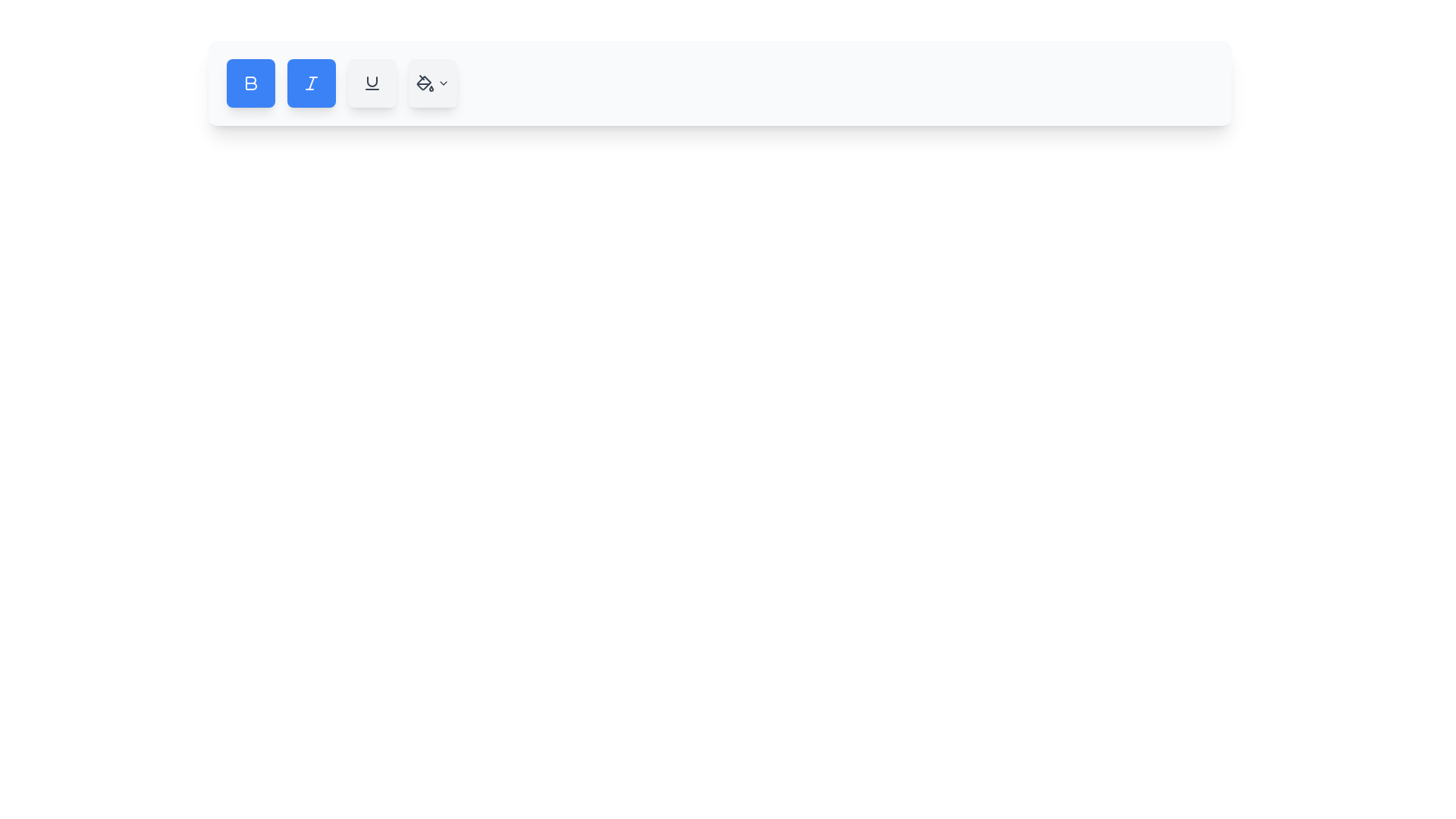 The width and height of the screenshot is (1456, 819). Describe the element at coordinates (432, 83) in the screenshot. I see `the fifth button in the toolbar that allows color selection` at that location.